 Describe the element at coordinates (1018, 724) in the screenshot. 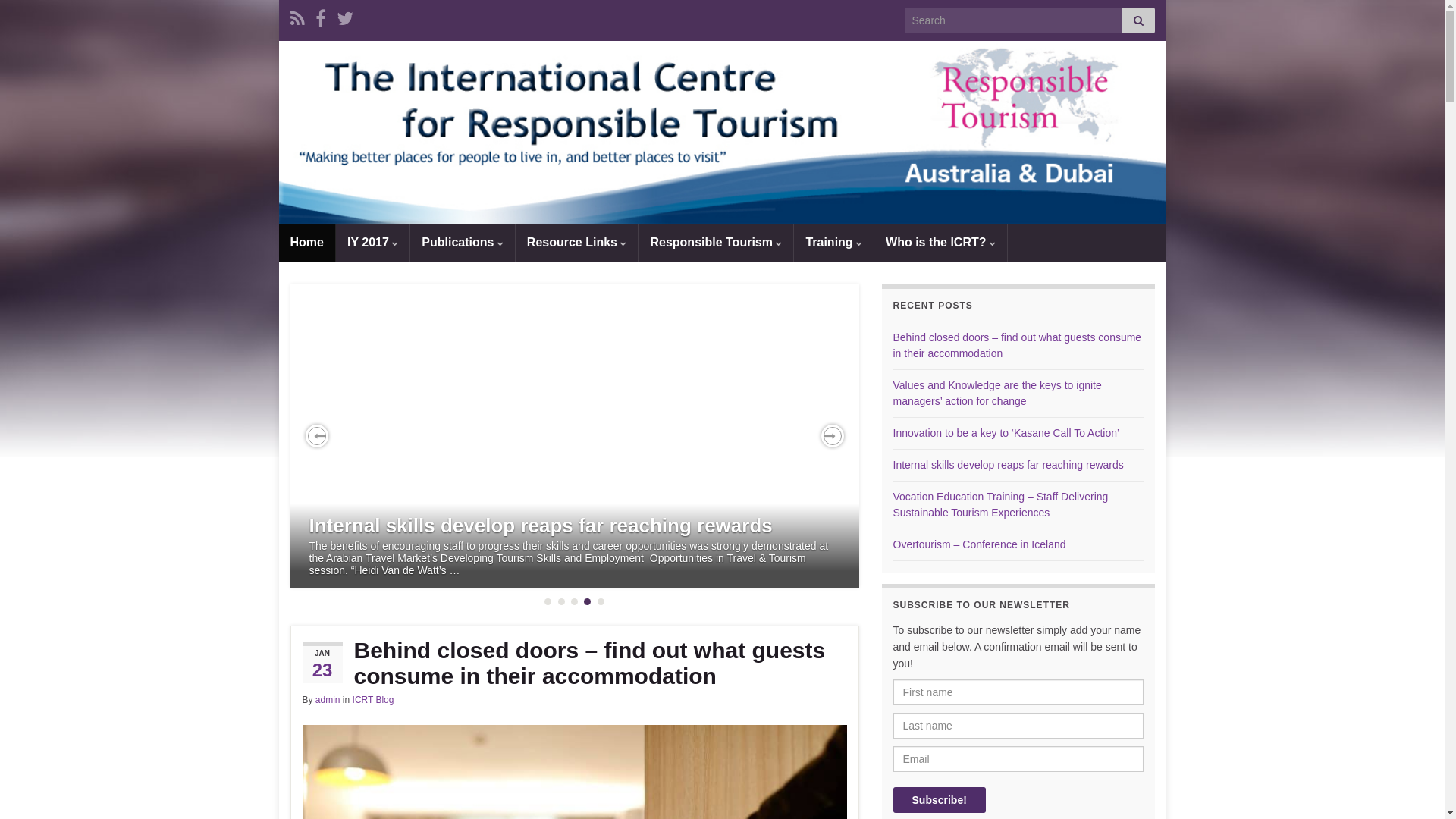

I see `'Last name'` at that location.